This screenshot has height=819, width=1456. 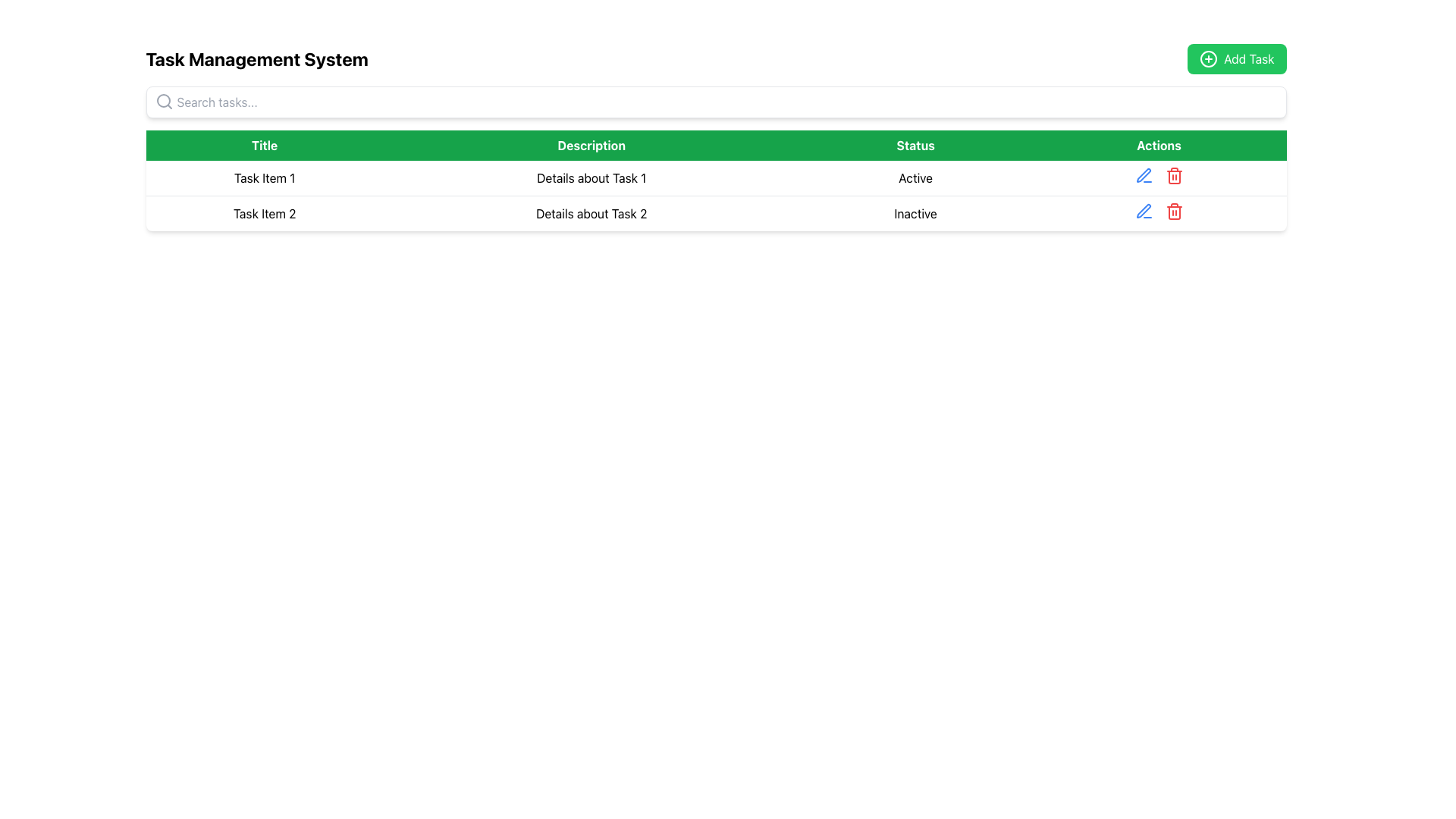 I want to click on the 'Add Task' button located to the right of the 'Task Management System' header to change its color, so click(x=1237, y=58).